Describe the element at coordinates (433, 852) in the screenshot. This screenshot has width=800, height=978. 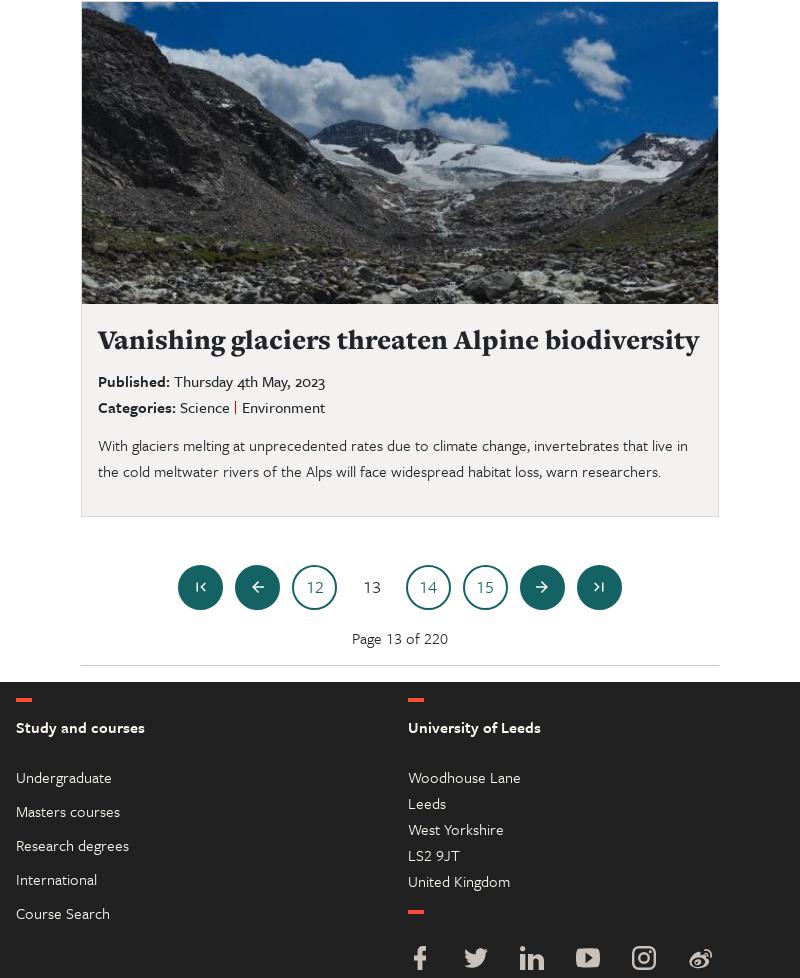
I see `'LS2 9JT'` at that location.